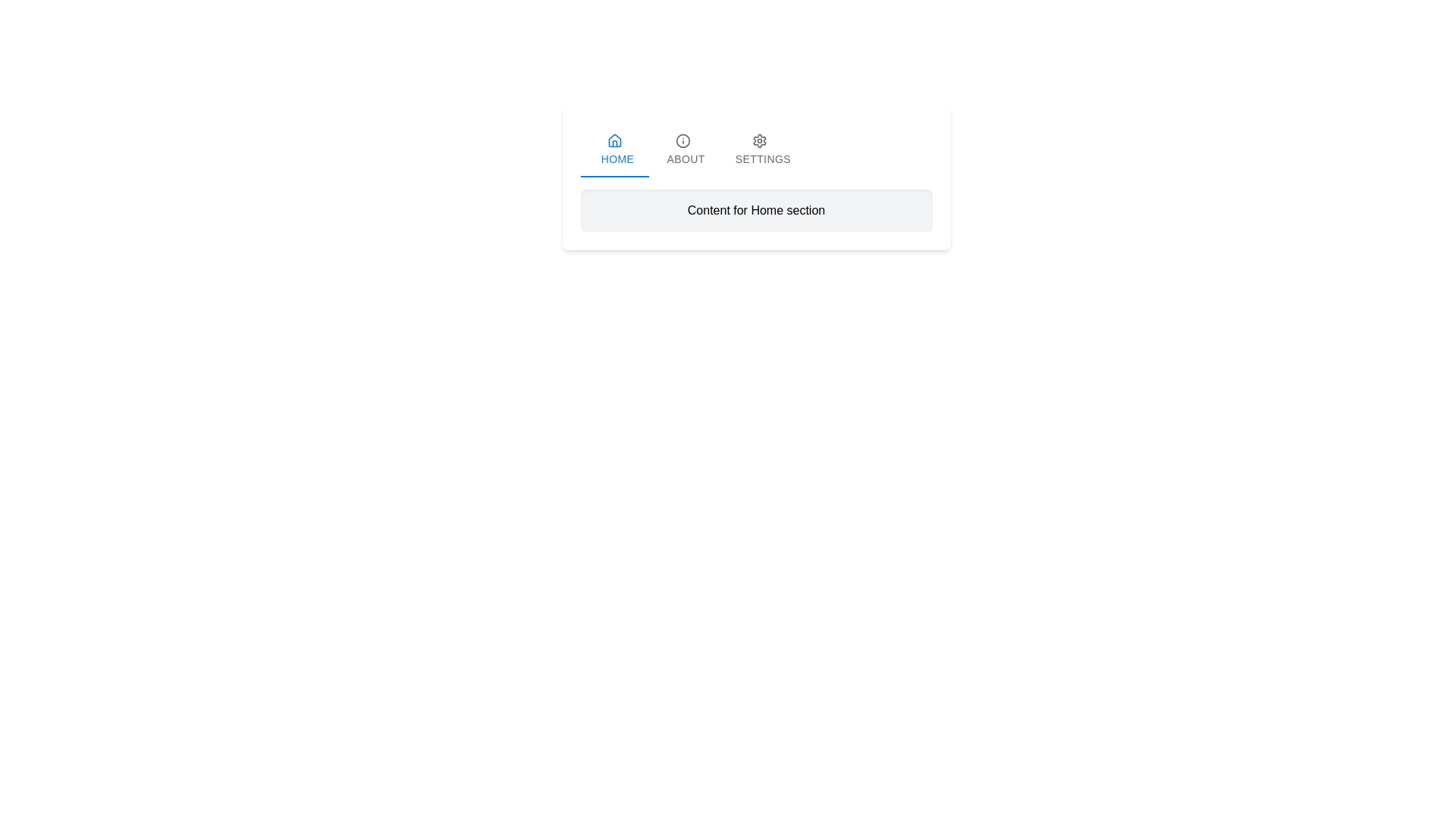 The width and height of the screenshot is (1456, 819). I want to click on the 'About' tab component, which is the second tab in a group of three tabs (Home, About, Settings), so click(682, 149).